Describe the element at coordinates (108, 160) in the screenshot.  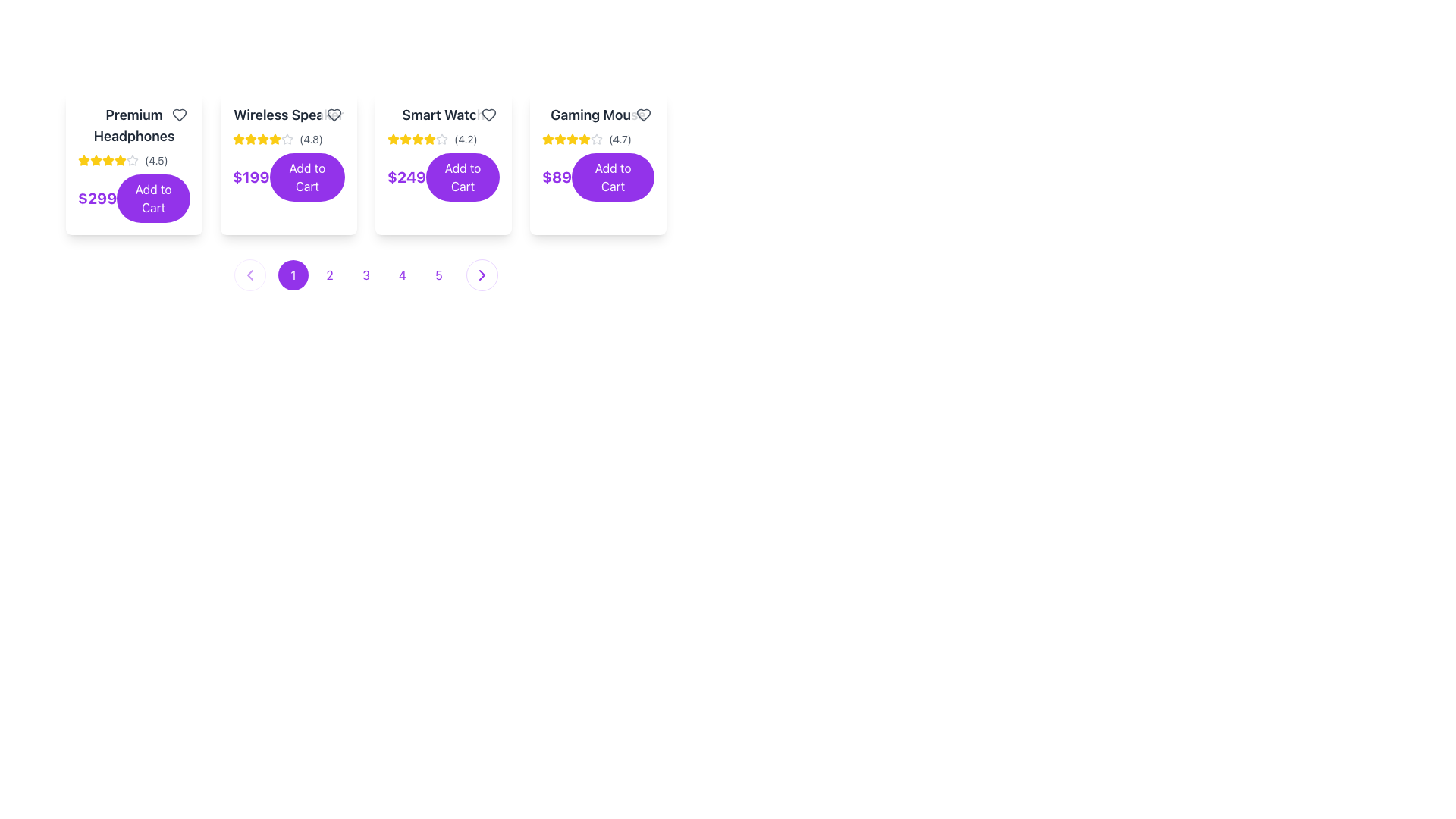
I see `the filled yellow star-shaped icon, the first star in the rating system of the 'Premium Headphones' product card` at that location.